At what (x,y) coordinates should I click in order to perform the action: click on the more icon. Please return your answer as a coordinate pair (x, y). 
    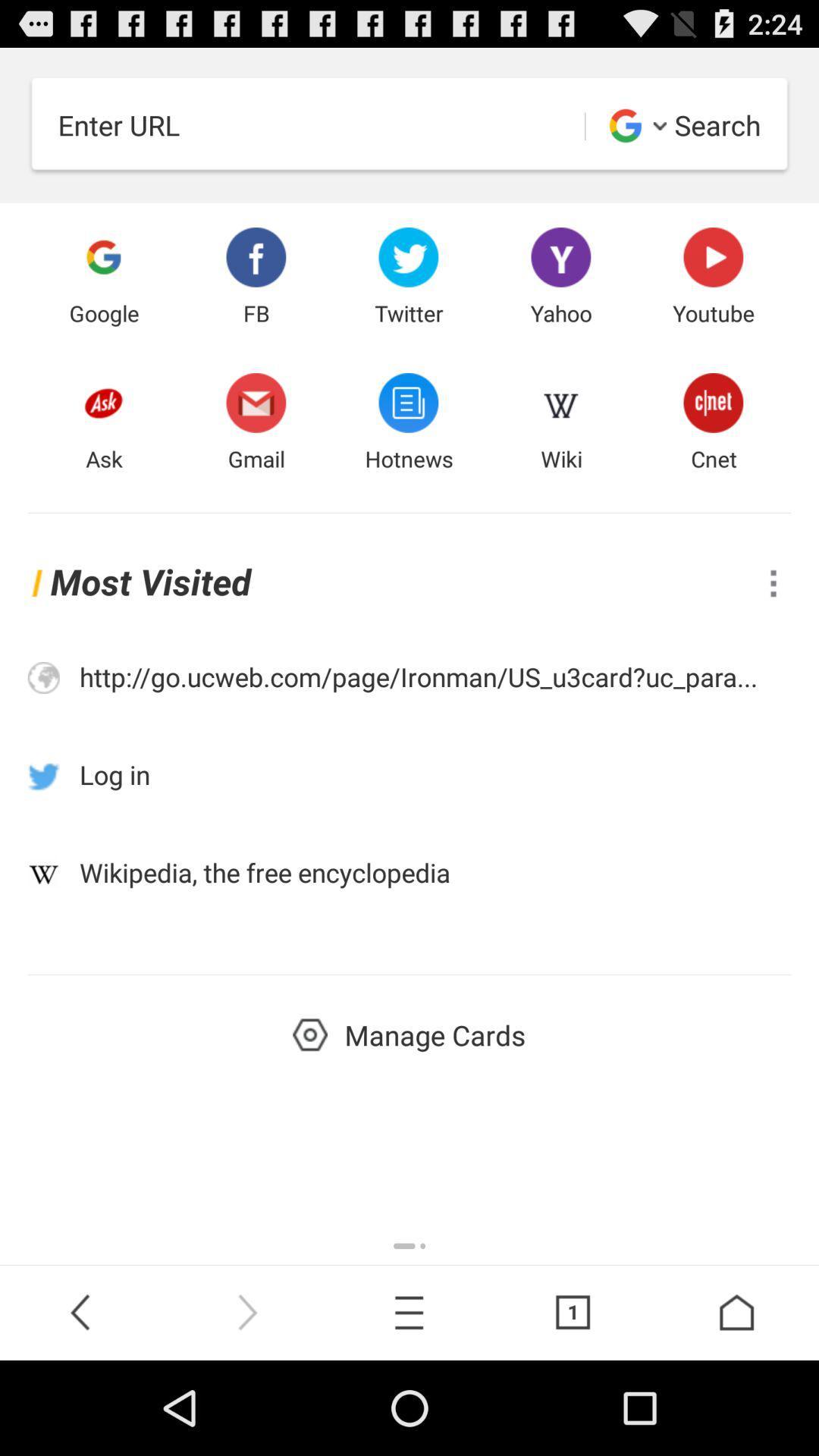
    Looking at the image, I should click on (773, 624).